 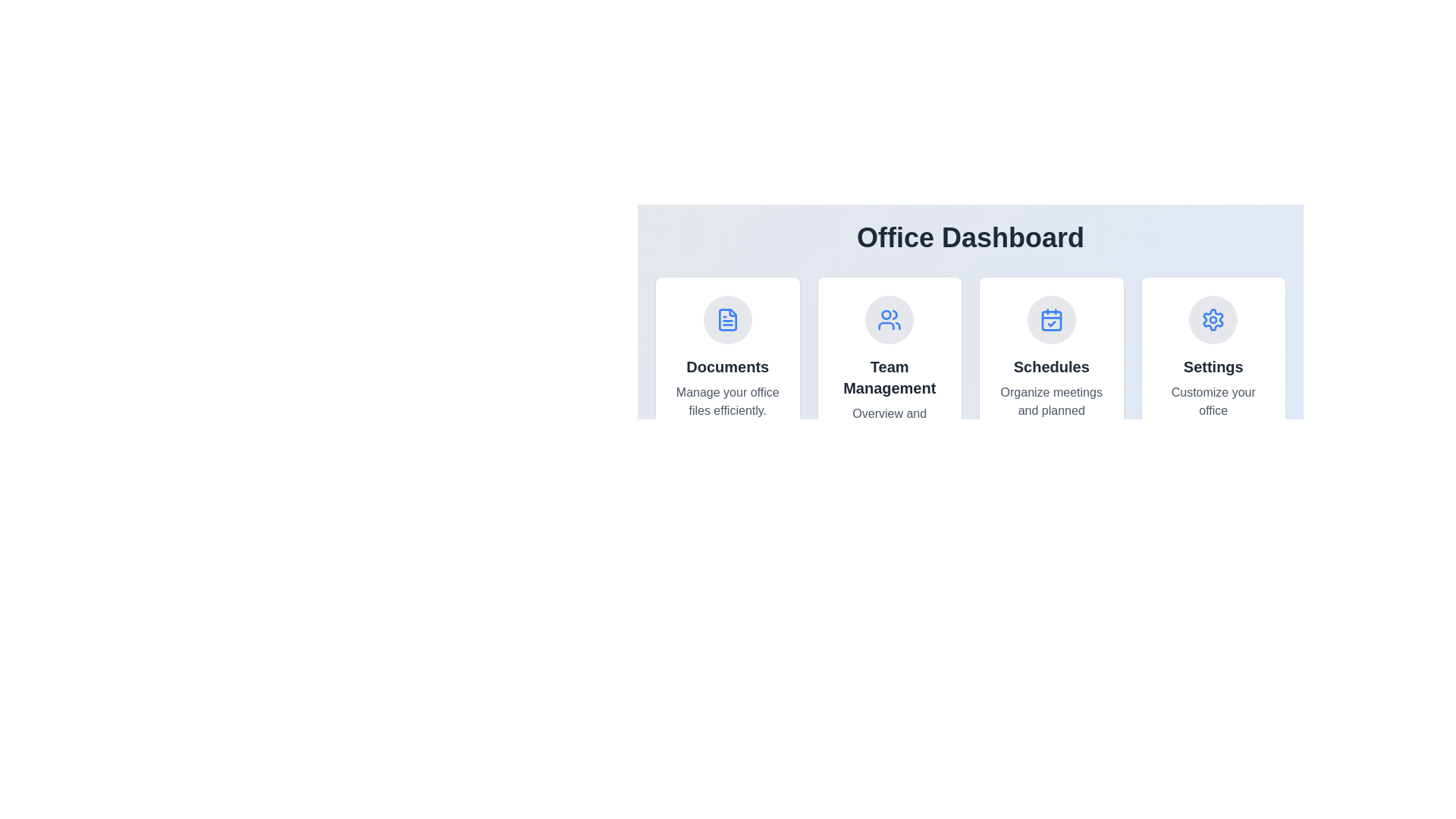 What do you see at coordinates (726, 318) in the screenshot?
I see `the document icon represented by a blue outlined rectangular icon with text lines inside it, located in the leftmost card labeled 'Documents' on the dashboard interface` at bounding box center [726, 318].